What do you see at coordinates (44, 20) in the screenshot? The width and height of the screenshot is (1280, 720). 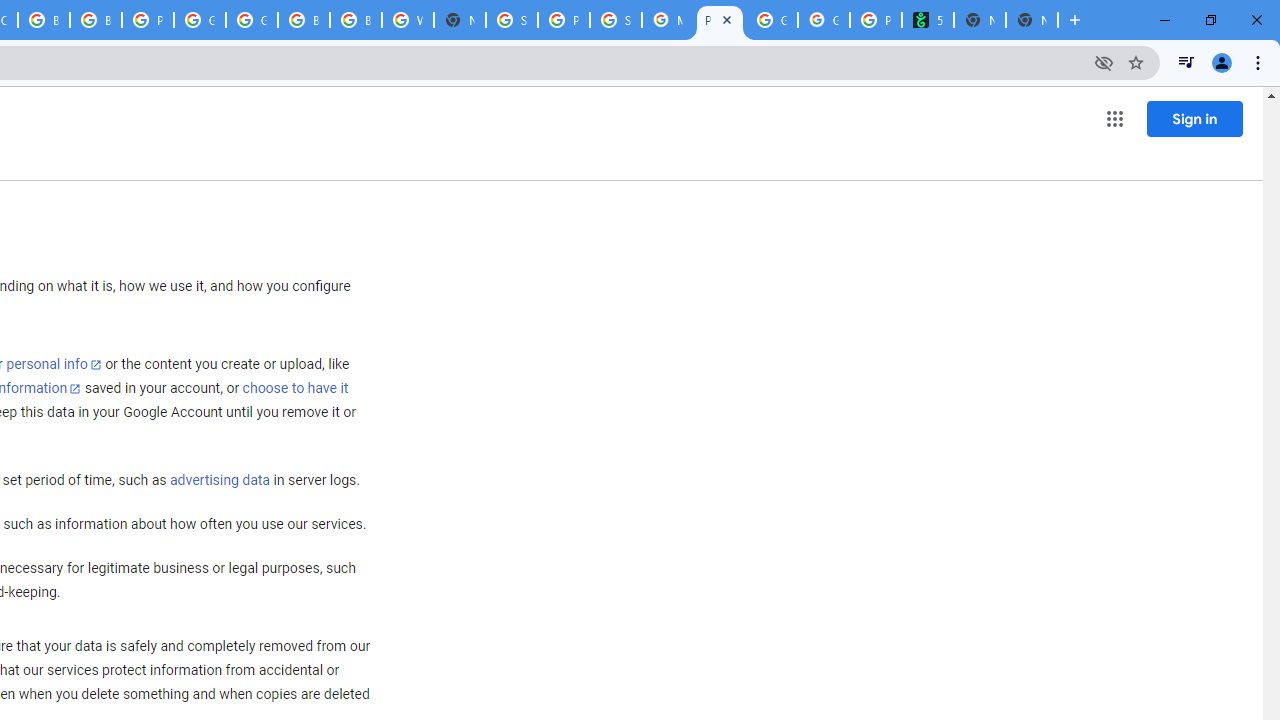 I see `'Browse Chrome as a guest - Computer - Google Chrome Help'` at bounding box center [44, 20].